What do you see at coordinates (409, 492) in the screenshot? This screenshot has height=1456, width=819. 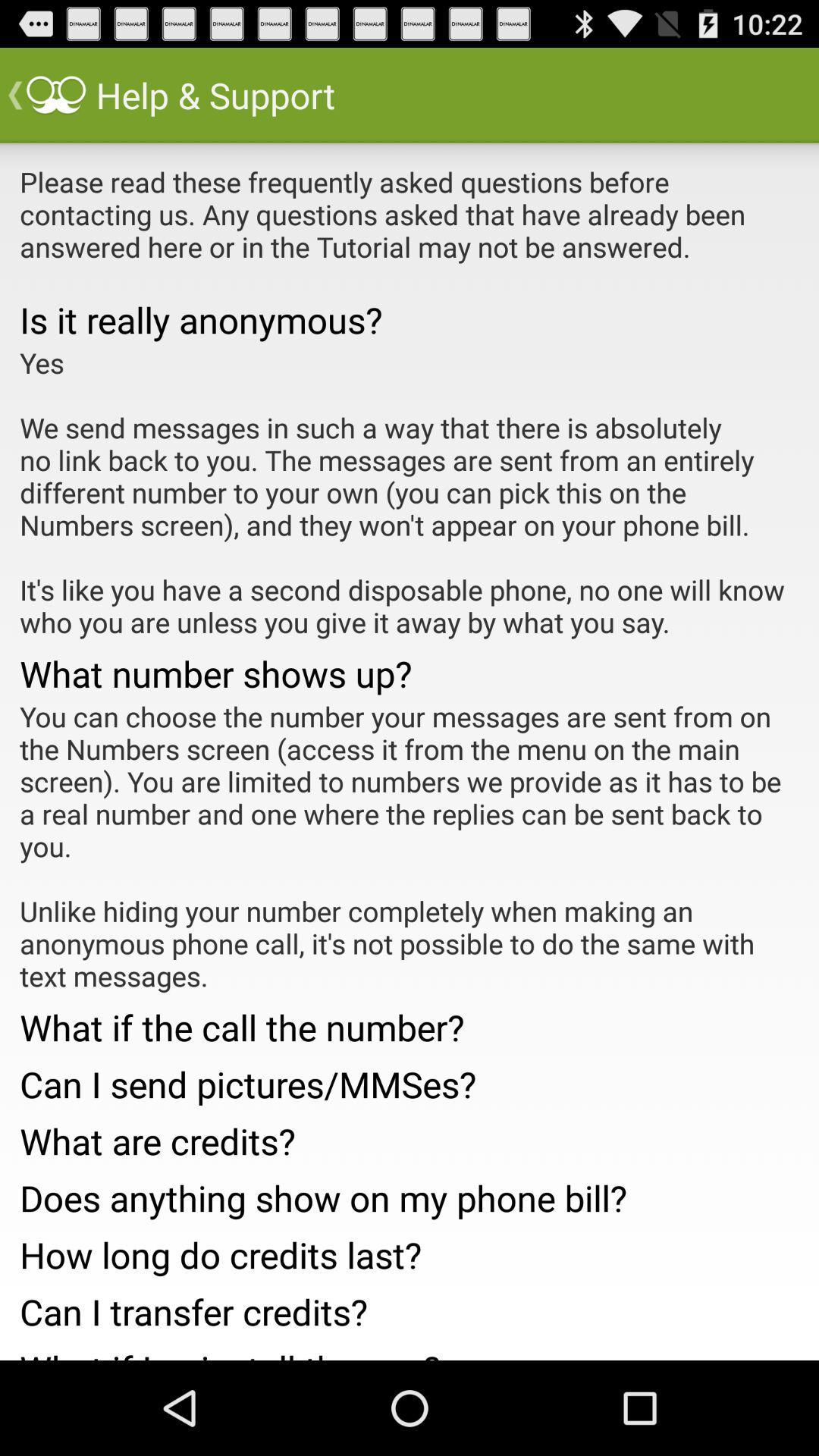 I see `yes we send` at bounding box center [409, 492].